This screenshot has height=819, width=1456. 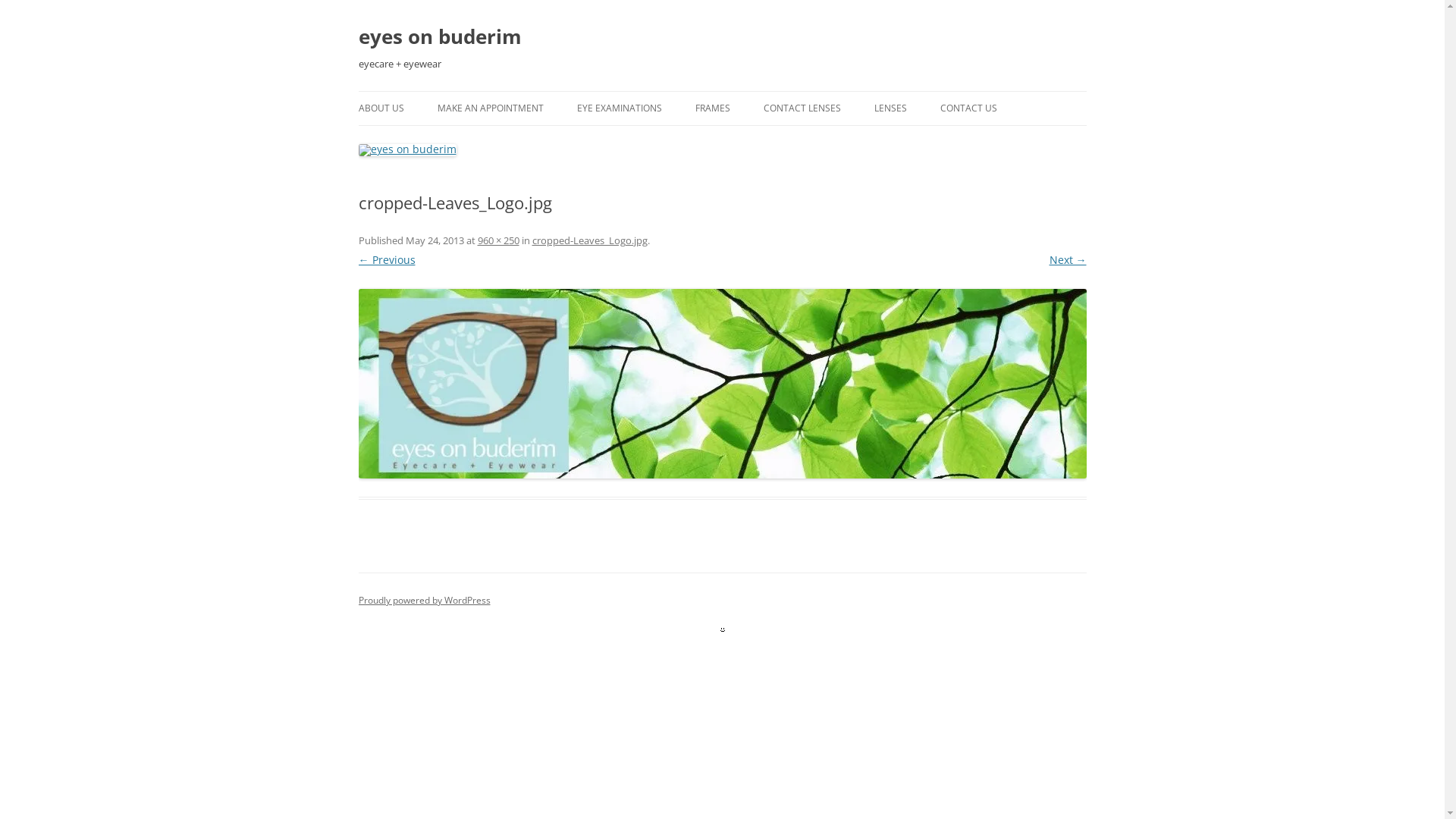 What do you see at coordinates (438, 35) in the screenshot?
I see `'eyes on buderim'` at bounding box center [438, 35].